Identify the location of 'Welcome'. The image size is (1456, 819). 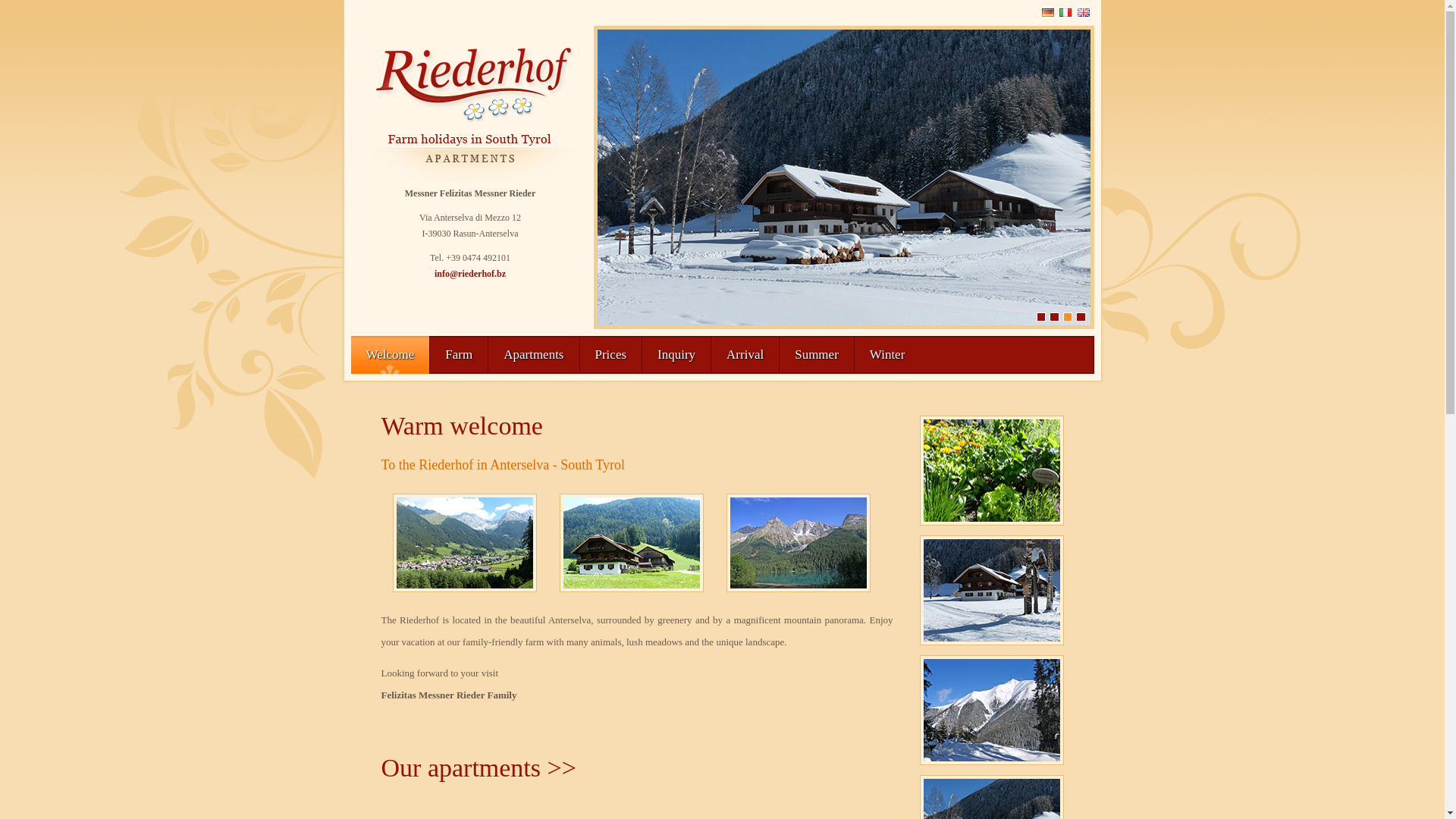
(389, 354).